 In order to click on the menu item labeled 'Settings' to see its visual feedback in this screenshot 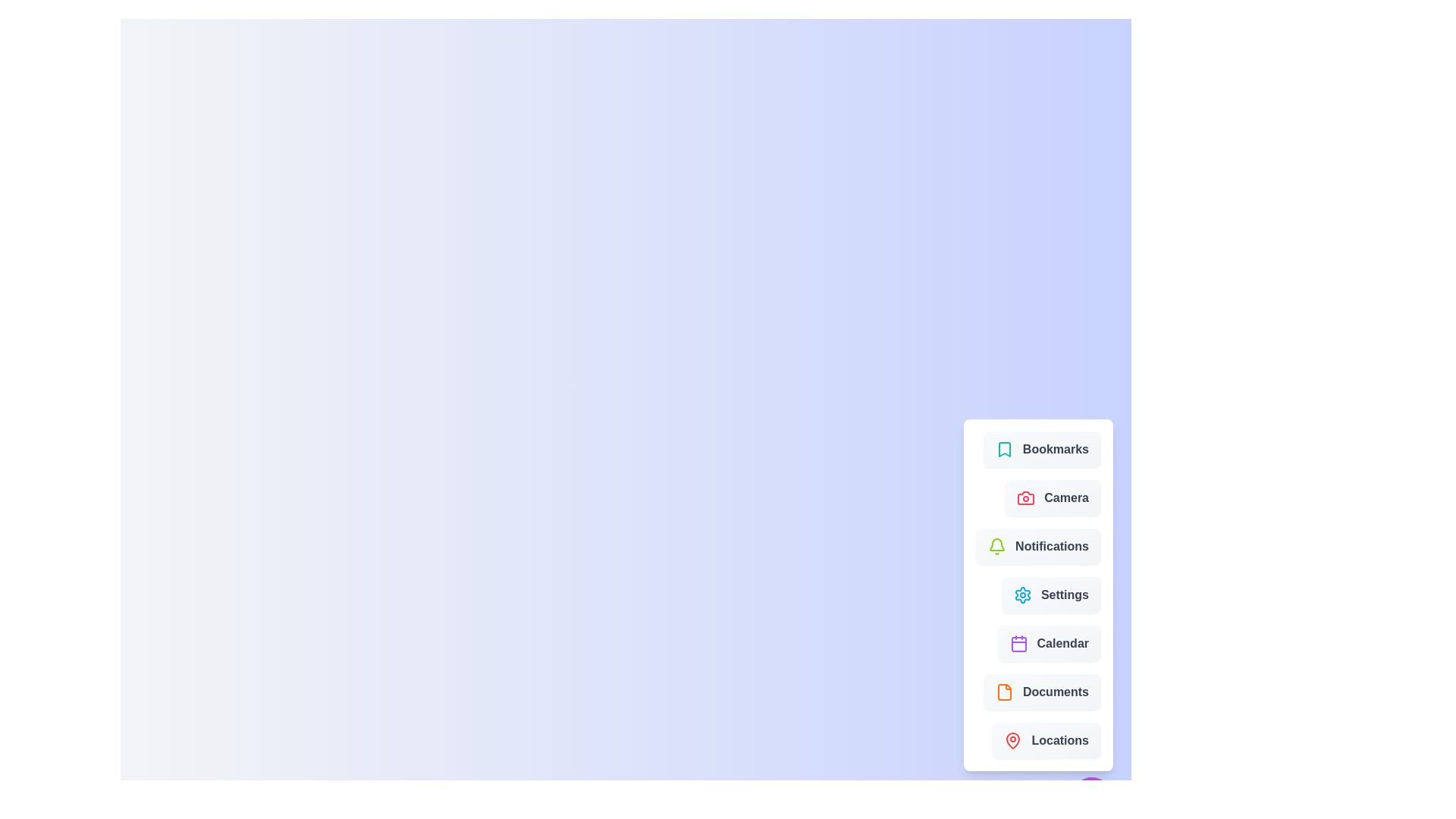, I will do `click(1050, 595)`.